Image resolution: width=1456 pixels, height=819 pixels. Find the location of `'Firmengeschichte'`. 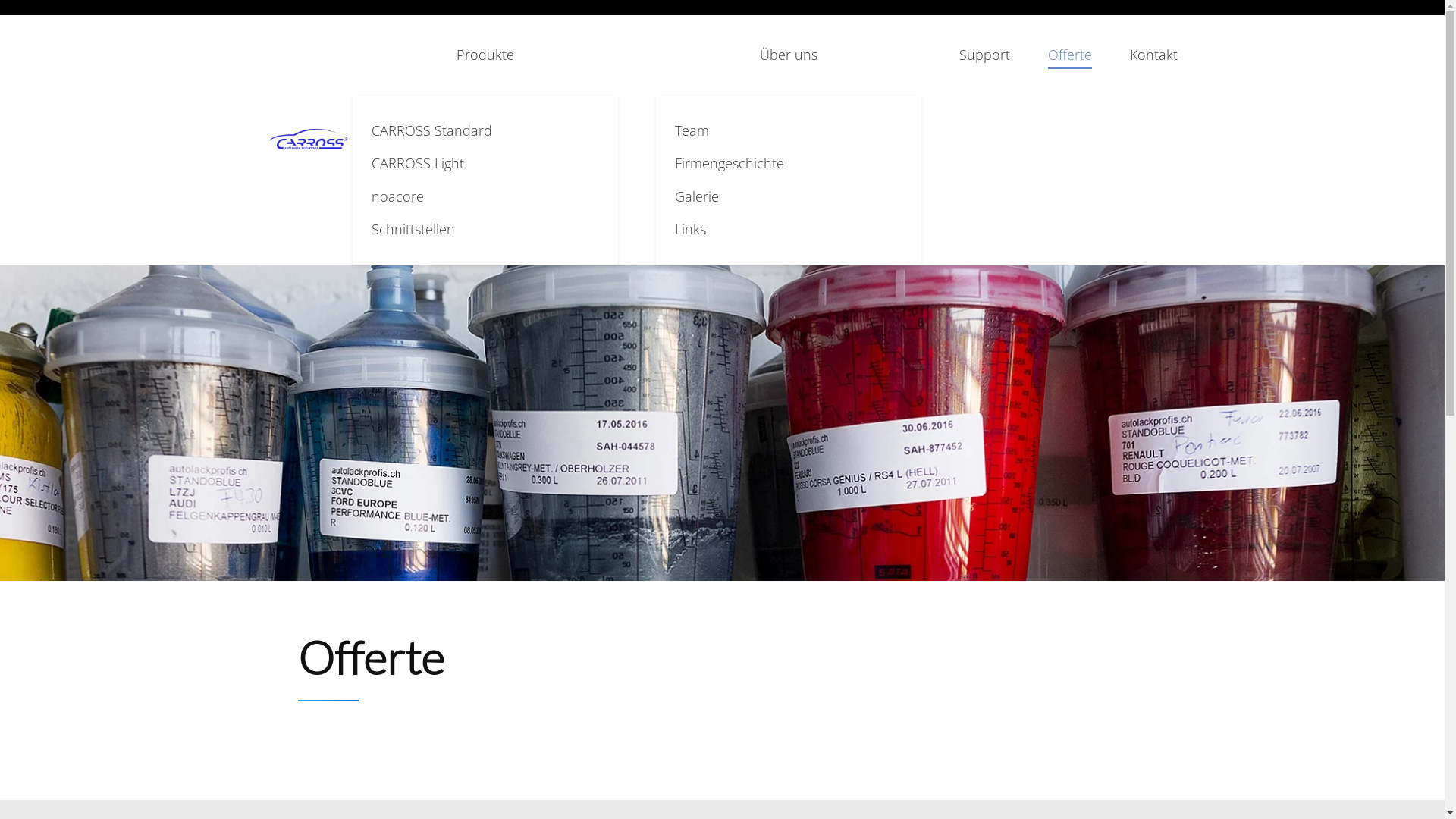

'Firmengeschichte' is located at coordinates (789, 163).